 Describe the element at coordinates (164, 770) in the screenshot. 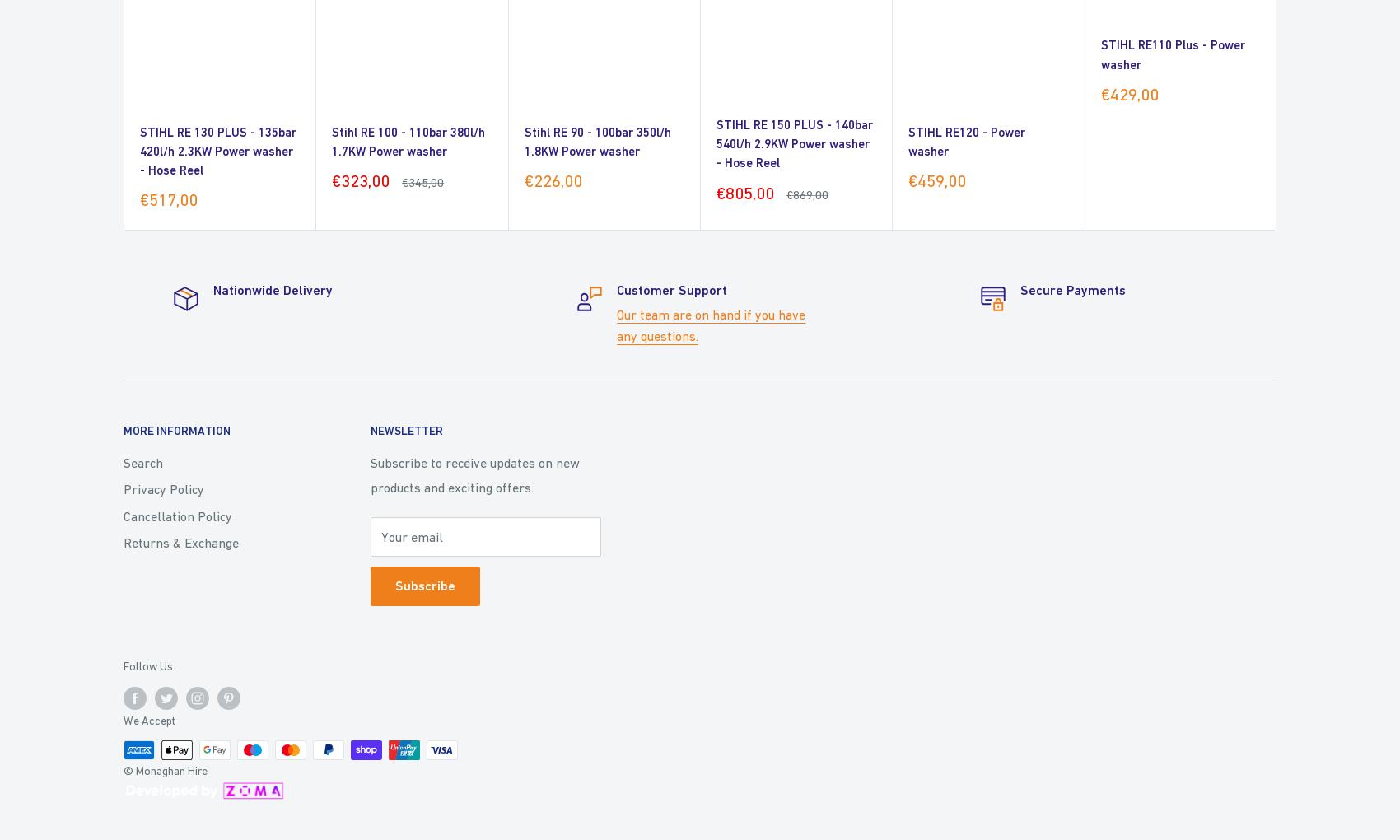

I see `'© Monaghan Hire'` at that location.